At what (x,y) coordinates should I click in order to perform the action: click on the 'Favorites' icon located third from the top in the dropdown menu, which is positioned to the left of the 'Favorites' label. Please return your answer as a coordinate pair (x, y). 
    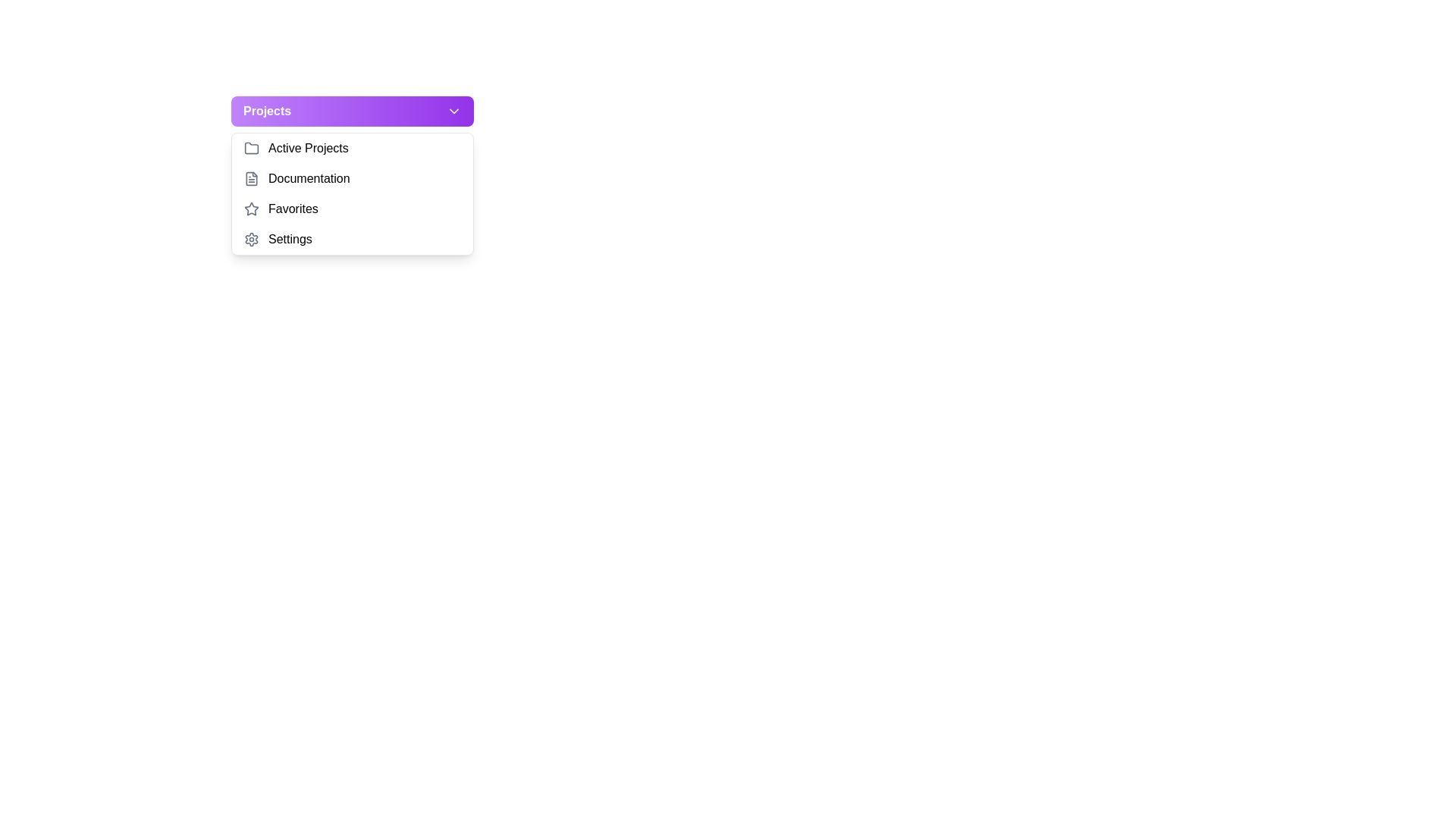
    Looking at the image, I should click on (251, 209).